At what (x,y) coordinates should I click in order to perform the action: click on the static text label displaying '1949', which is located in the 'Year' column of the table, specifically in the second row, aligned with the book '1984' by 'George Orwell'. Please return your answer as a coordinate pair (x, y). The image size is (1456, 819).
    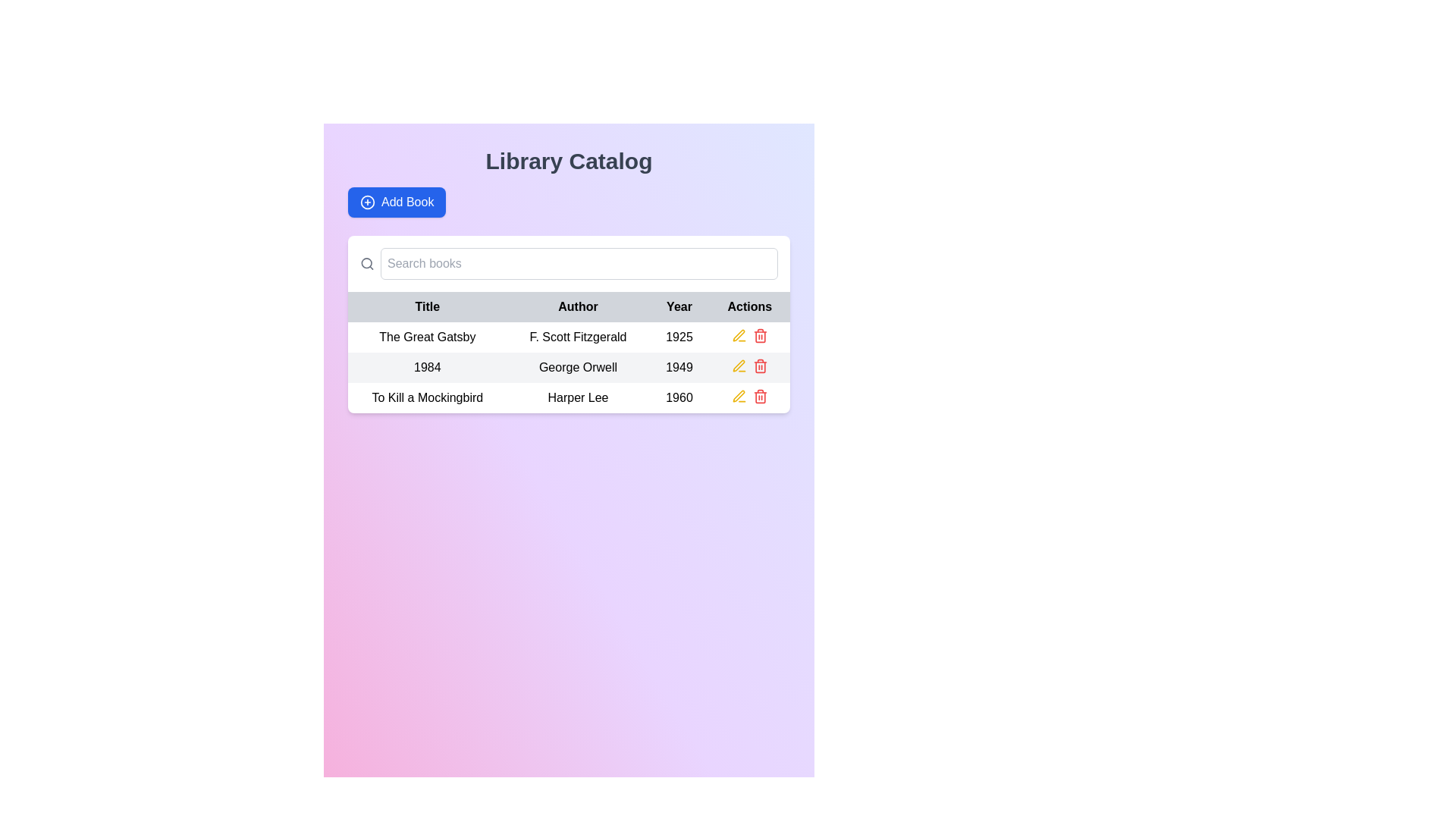
    Looking at the image, I should click on (679, 368).